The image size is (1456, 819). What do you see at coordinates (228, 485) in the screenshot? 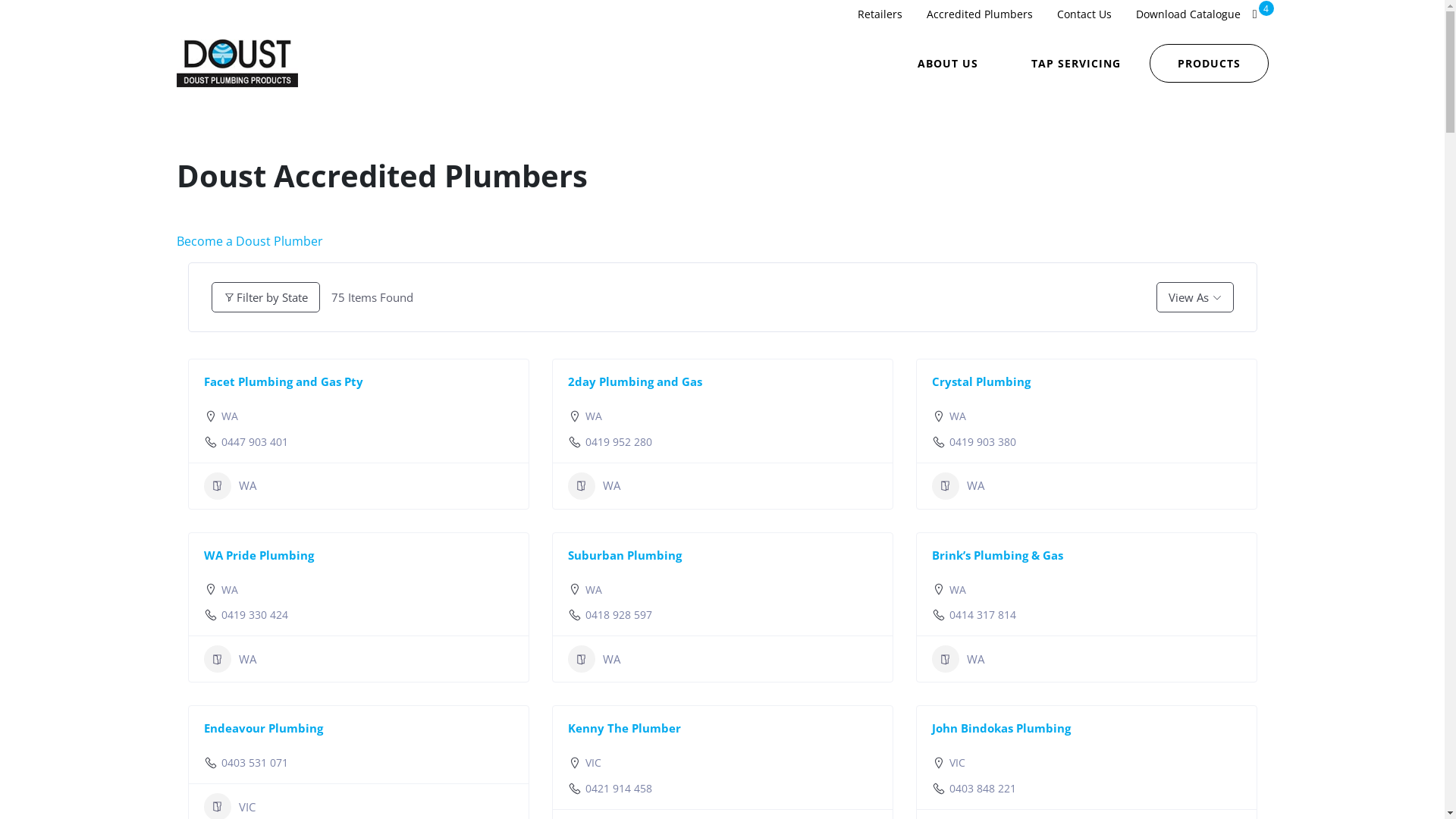
I see `'WA'` at bounding box center [228, 485].